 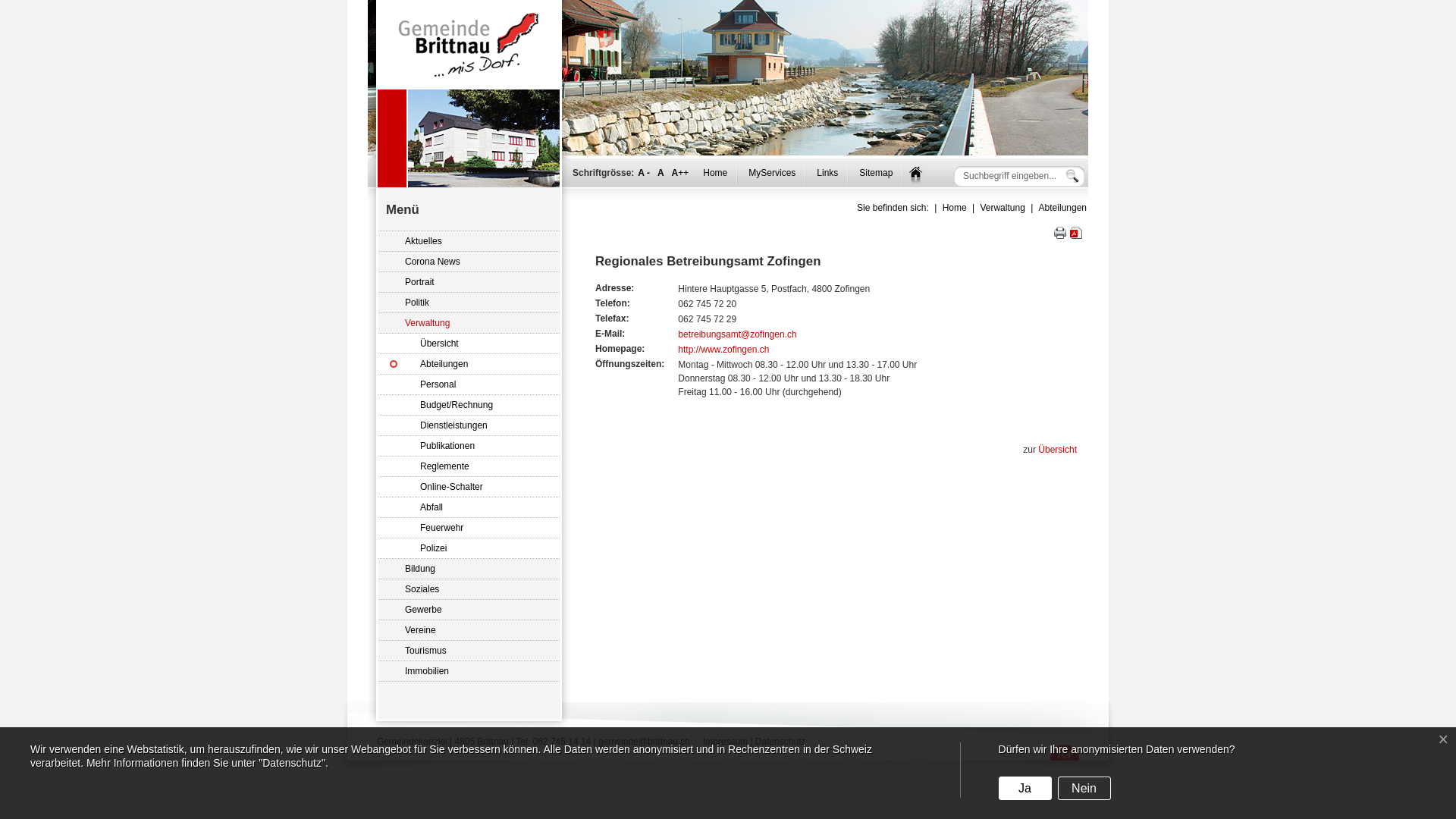 I want to click on 'Politik', so click(x=378, y=303).